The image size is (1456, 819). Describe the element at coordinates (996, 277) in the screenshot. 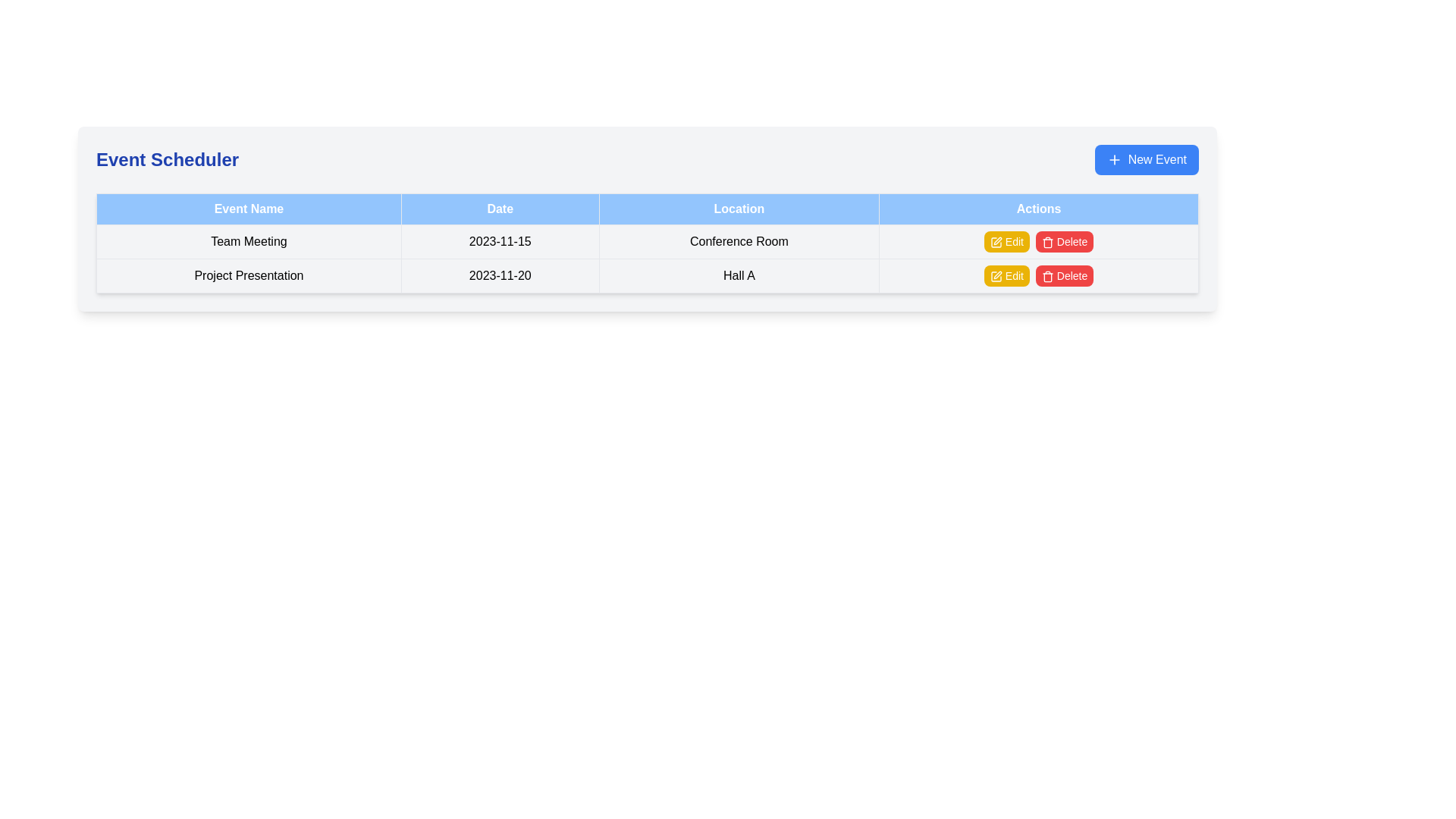

I see `the small yellow square button with a pen symbol in the 'Actions' column of the table, aligned with the second row for 'Project Presentation', to initiate editing` at that location.